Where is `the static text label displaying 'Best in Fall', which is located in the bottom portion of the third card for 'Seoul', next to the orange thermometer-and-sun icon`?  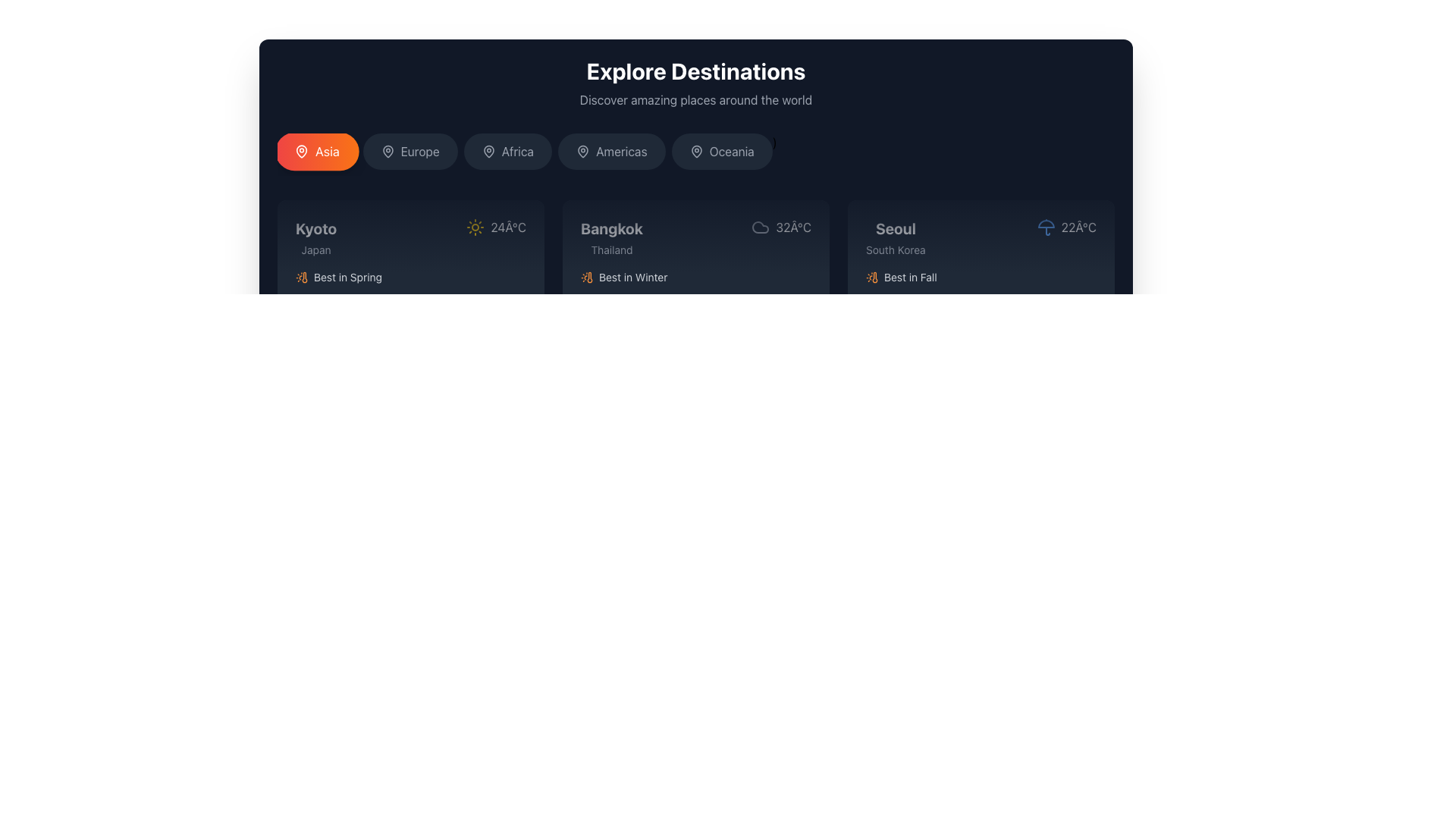 the static text label displaying 'Best in Fall', which is located in the bottom portion of the third card for 'Seoul', next to the orange thermometer-and-sun icon is located at coordinates (910, 278).